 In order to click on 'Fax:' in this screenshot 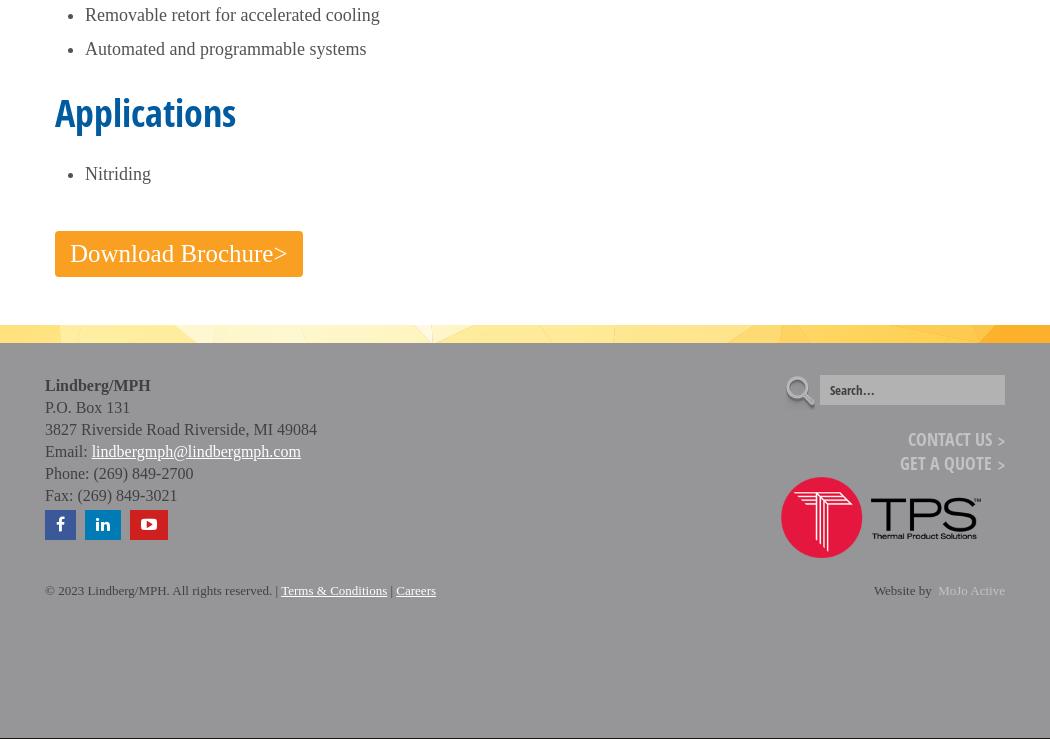, I will do `click(58, 494)`.